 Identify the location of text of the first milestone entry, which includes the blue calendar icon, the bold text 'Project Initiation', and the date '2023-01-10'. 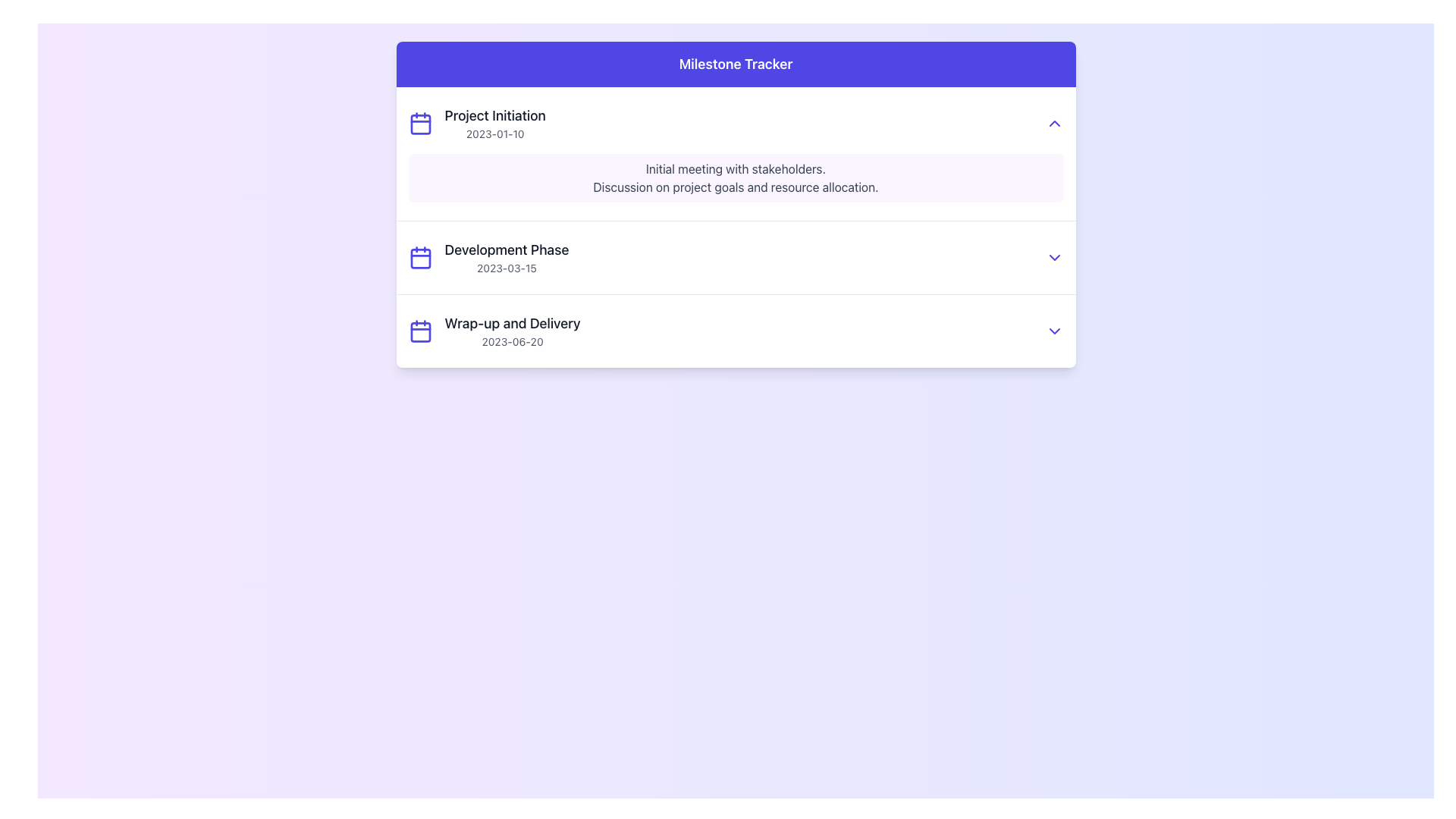
(476, 122).